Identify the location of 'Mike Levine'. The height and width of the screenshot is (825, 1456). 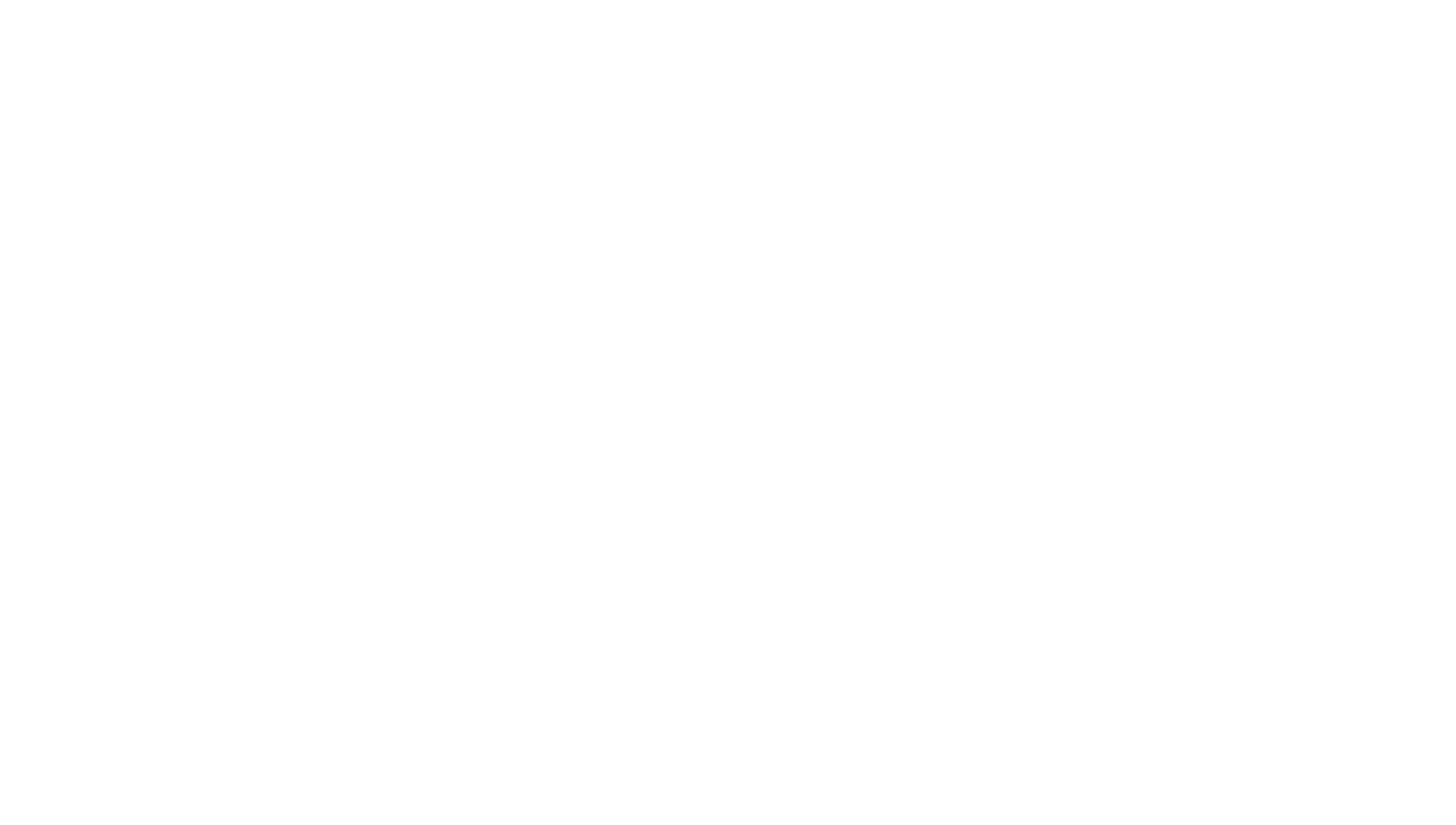
(530, 208).